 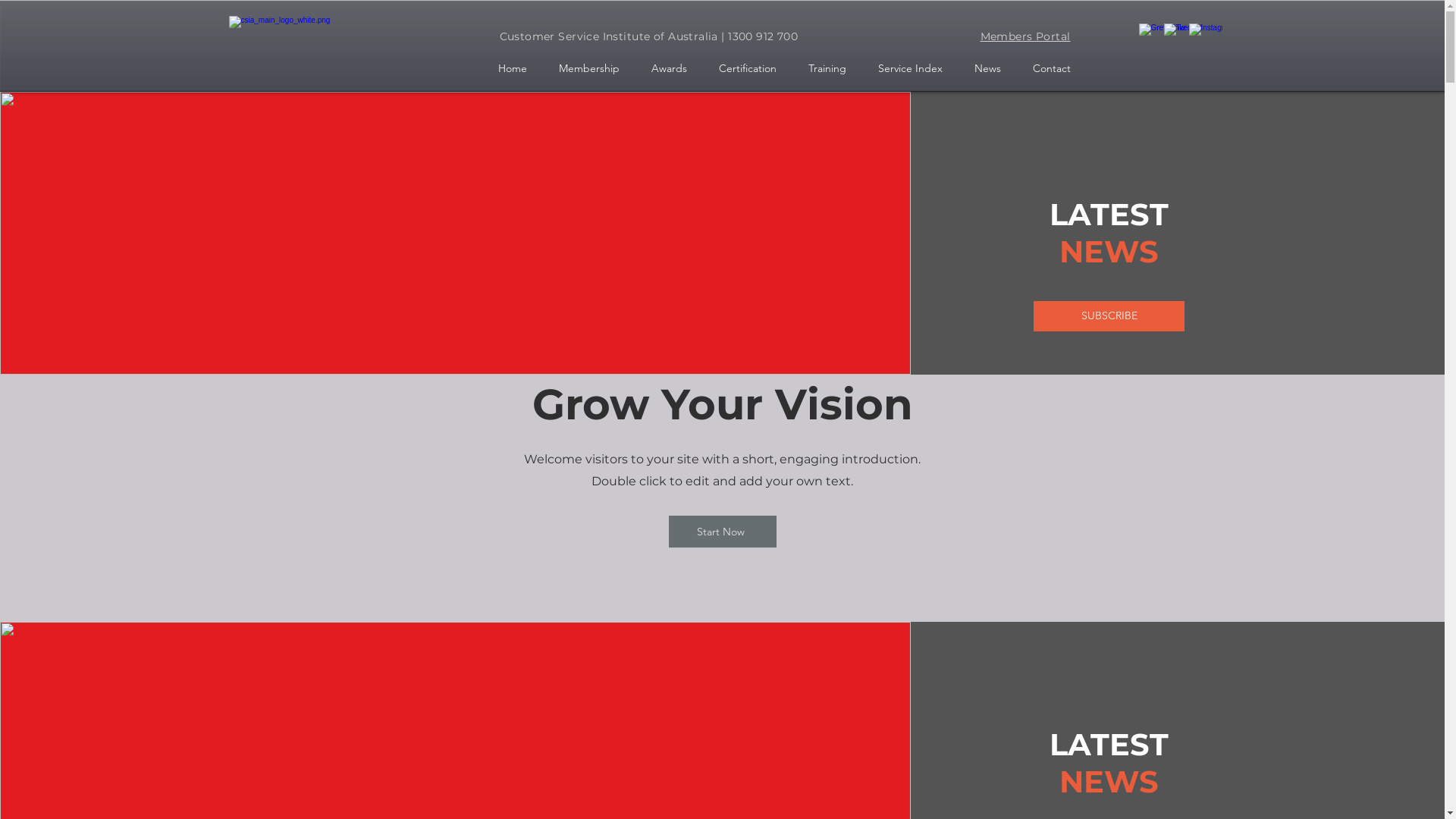 I want to click on 'Training', so click(x=825, y=68).